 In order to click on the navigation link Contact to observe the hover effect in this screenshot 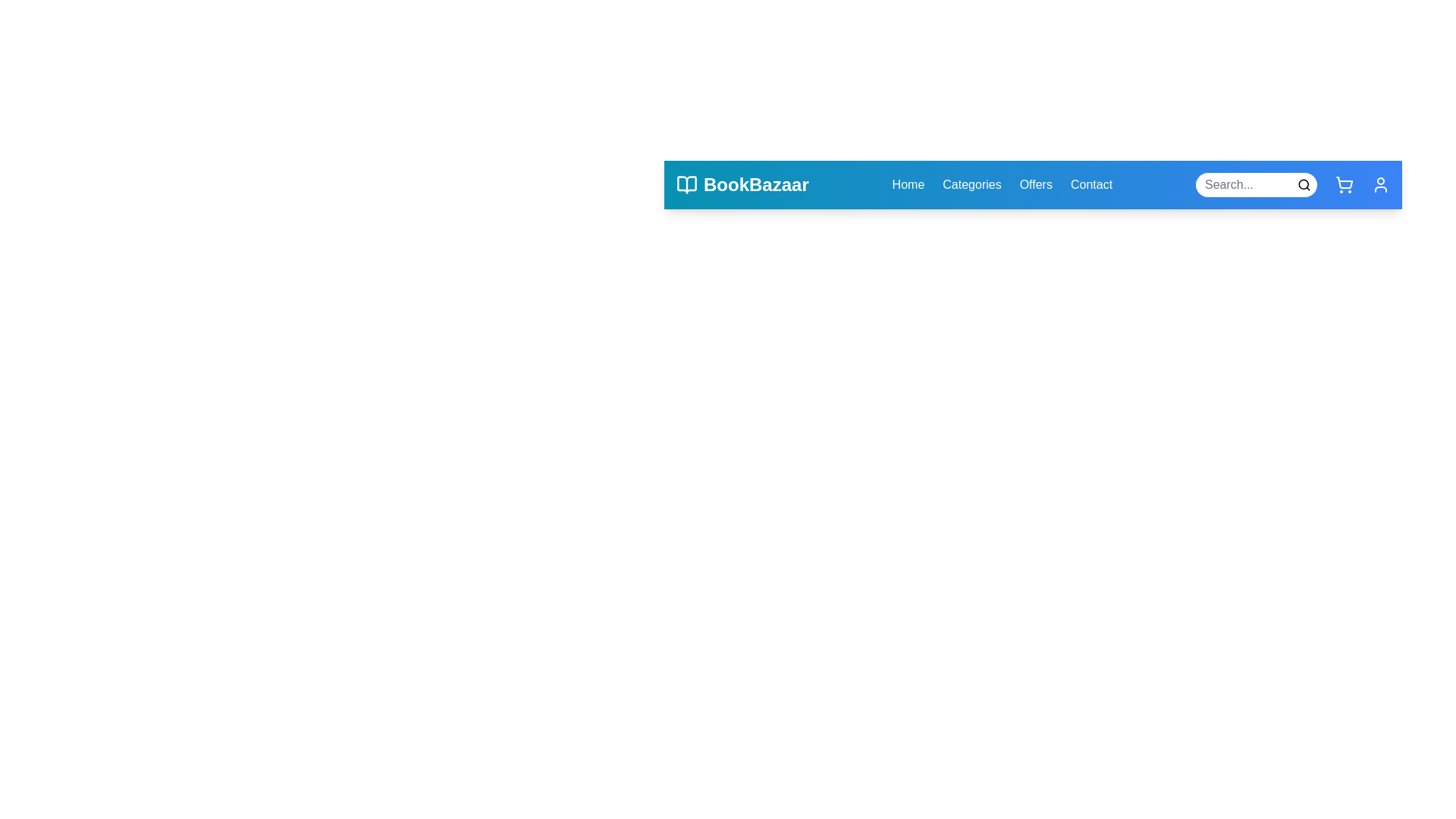, I will do `click(1090, 184)`.